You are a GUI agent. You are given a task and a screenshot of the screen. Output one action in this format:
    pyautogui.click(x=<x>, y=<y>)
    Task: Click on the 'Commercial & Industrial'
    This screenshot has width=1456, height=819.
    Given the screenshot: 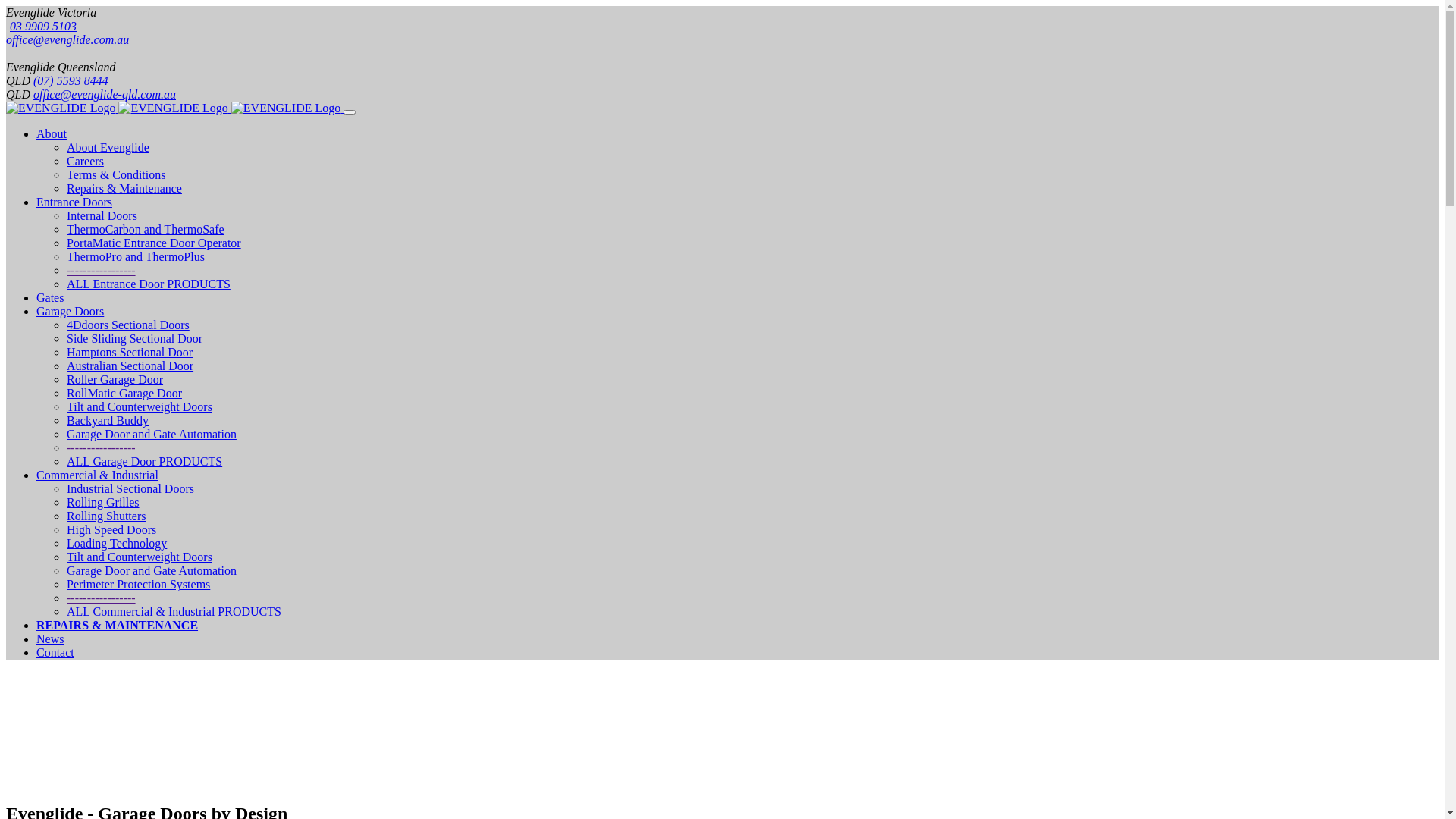 What is the action you would take?
    pyautogui.click(x=96, y=474)
    